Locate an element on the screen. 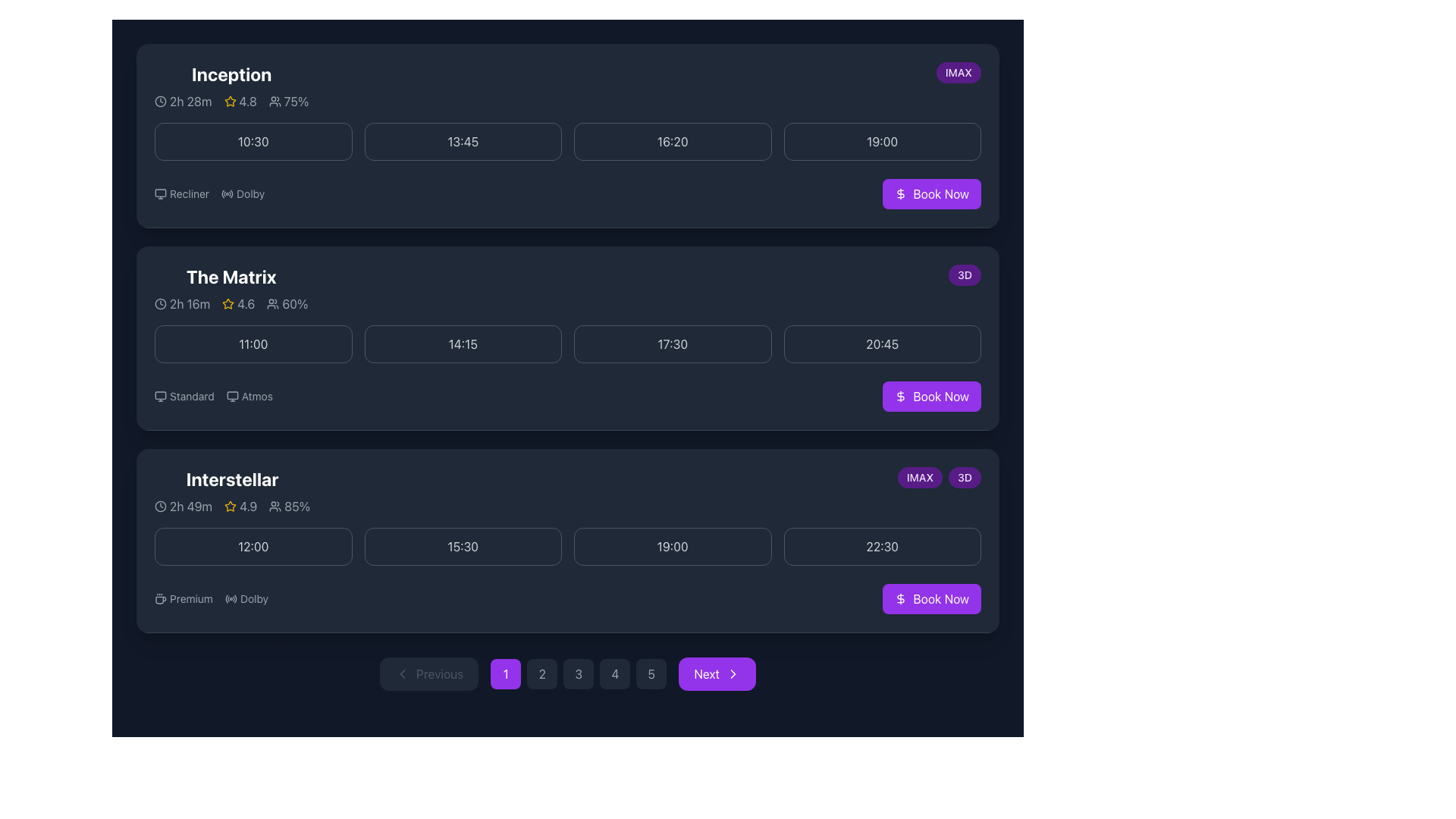 This screenshot has height=819, width=1456. the title of the informational display panel for the movie 'Interstellar' is located at coordinates (231, 491).